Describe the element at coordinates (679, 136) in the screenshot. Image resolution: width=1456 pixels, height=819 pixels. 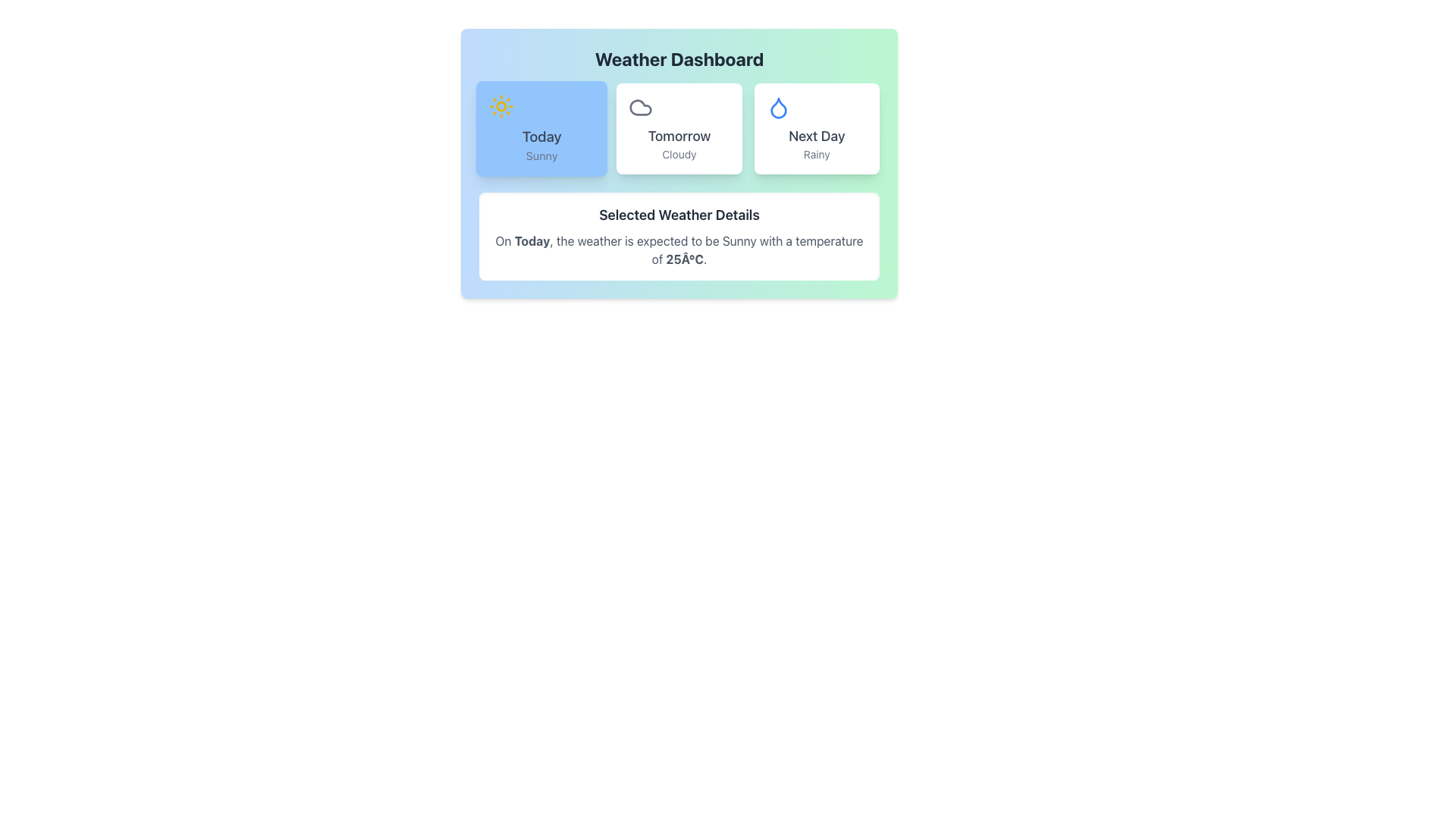
I see `the text label indicating the weather forecast for 'Tomorrow', which is located in the middle section of a horizontal navigation bar, below a cloud icon and above a smaller label 'Cloudy'` at that location.